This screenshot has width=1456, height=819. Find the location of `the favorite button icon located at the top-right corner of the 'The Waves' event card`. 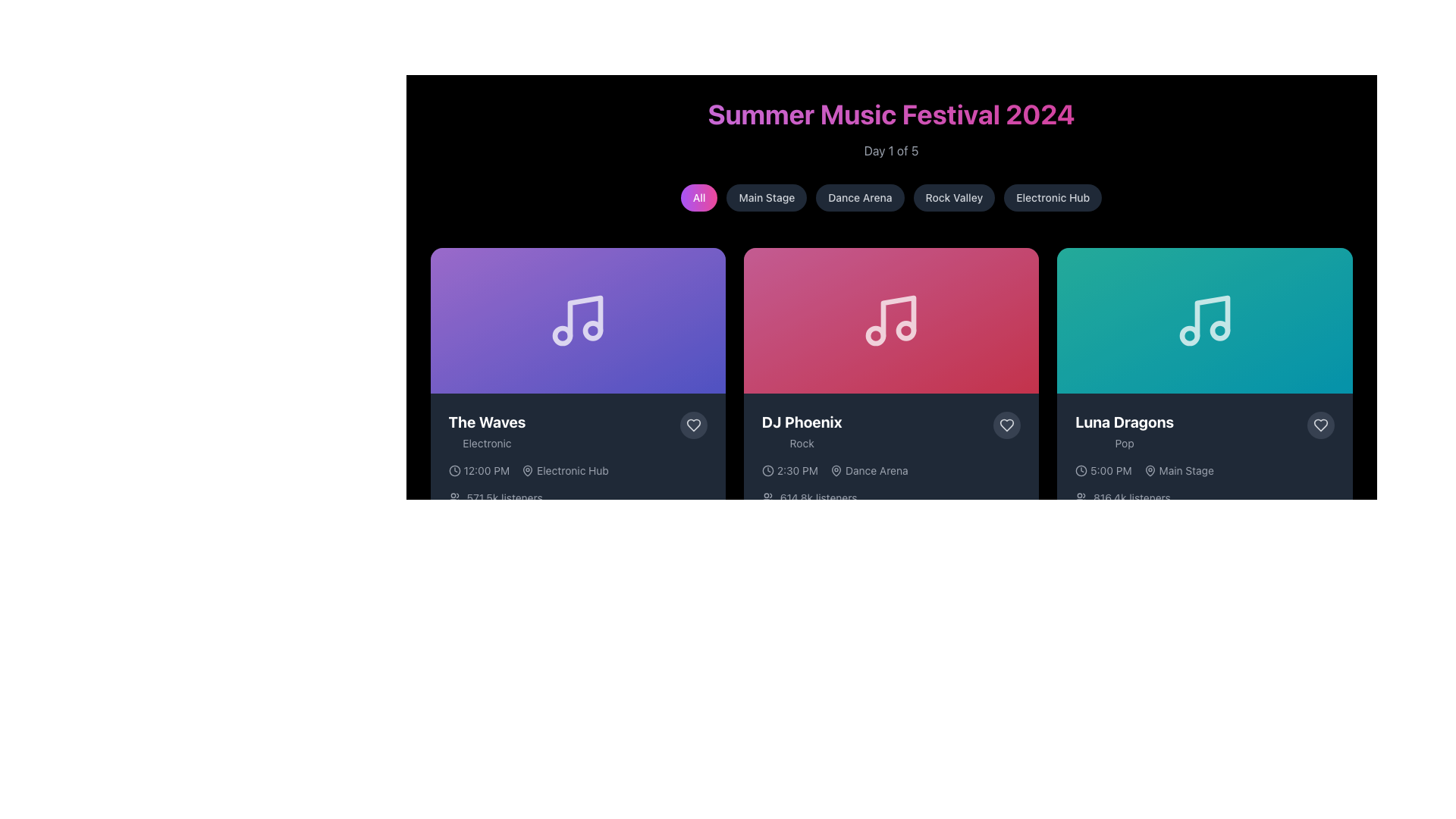

the favorite button icon located at the top-right corner of the 'The Waves' event card is located at coordinates (692, 425).